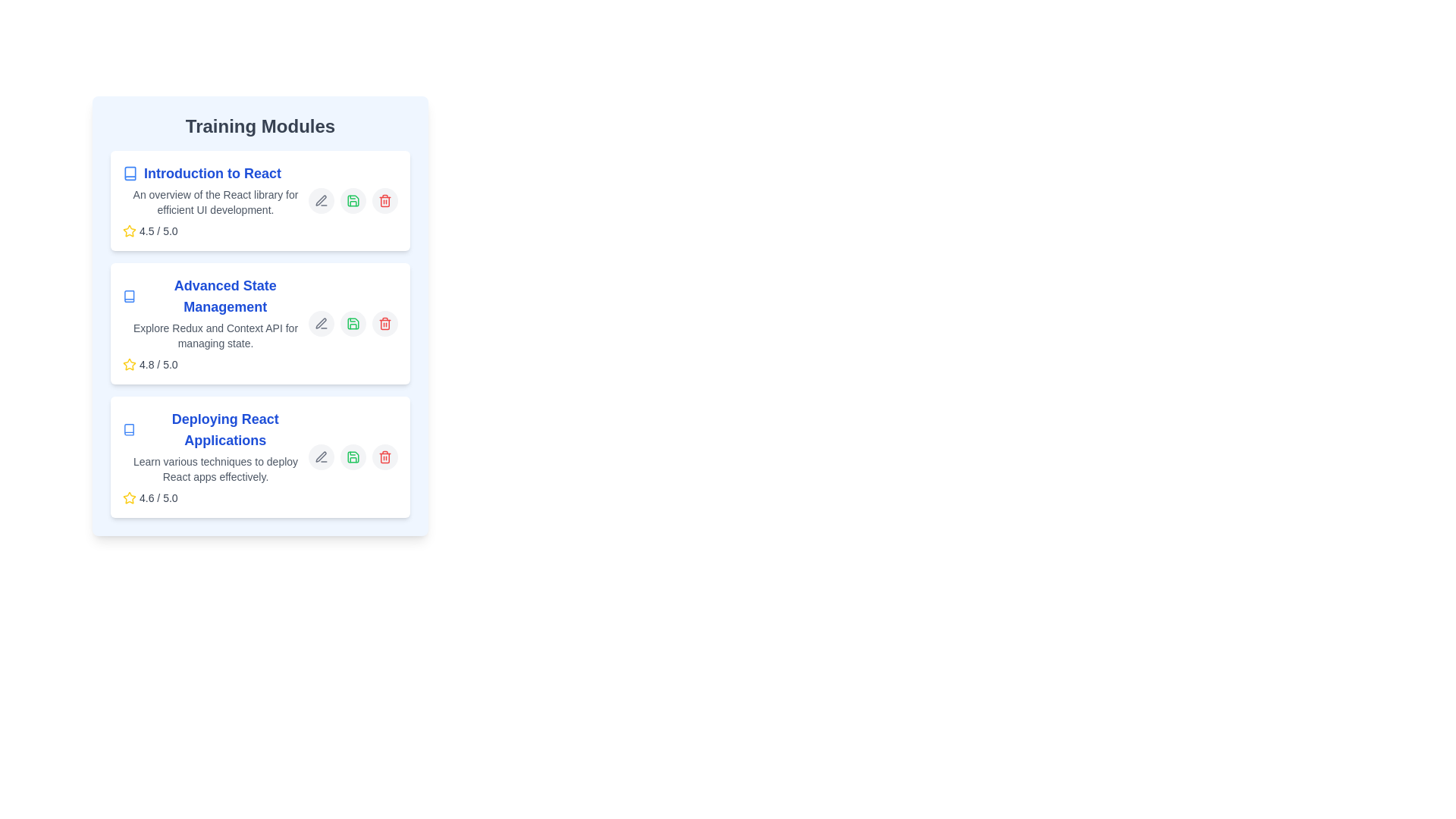  What do you see at coordinates (320, 200) in the screenshot?
I see `the pen-shaped edit icon located in the action icons for the 'Introduction to React' training module` at bounding box center [320, 200].